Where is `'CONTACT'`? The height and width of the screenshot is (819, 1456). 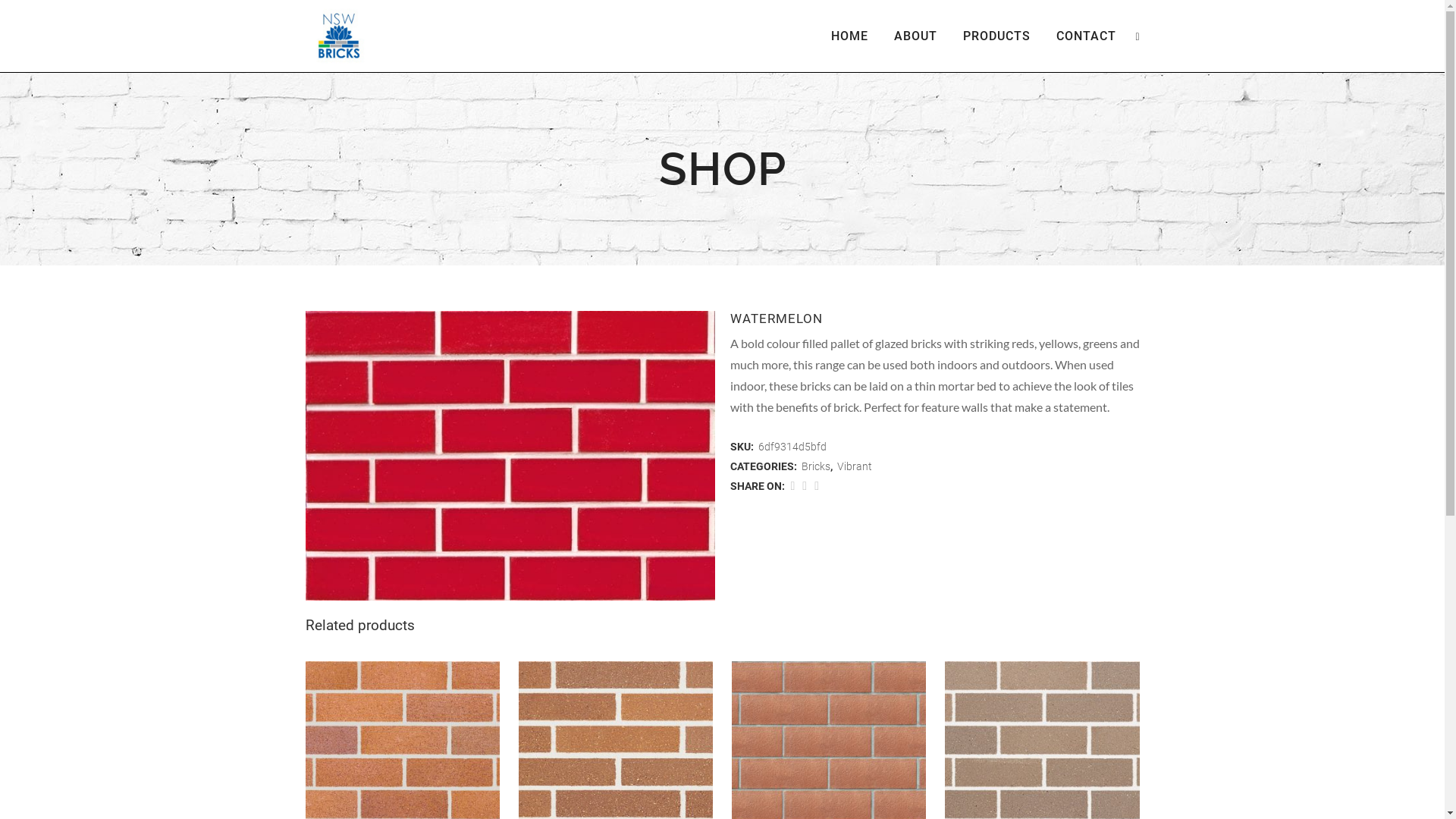
'CONTACT' is located at coordinates (1043, 35).